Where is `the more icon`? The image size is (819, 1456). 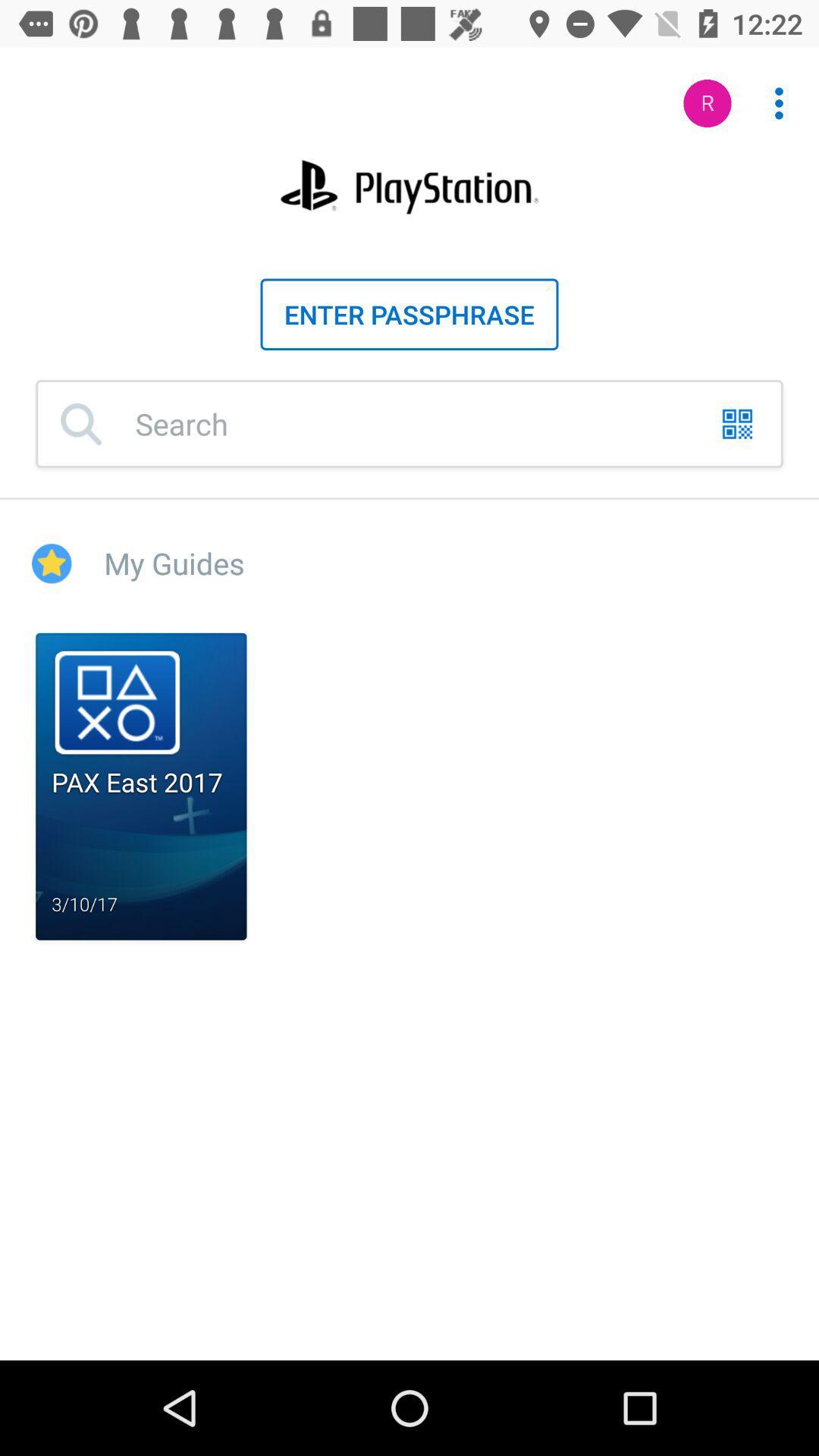 the more icon is located at coordinates (779, 102).